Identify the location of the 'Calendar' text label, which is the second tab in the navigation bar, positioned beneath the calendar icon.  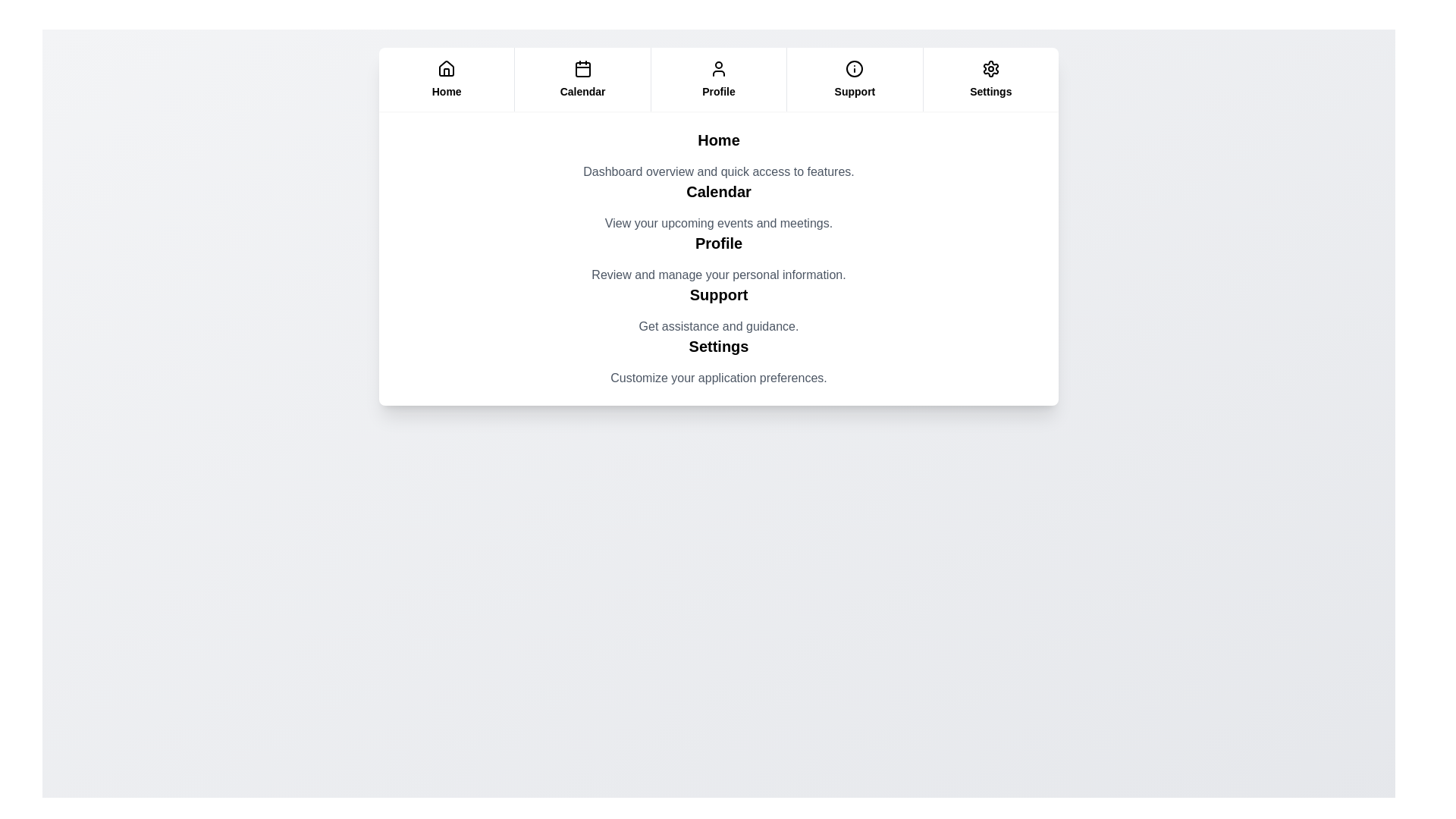
(582, 91).